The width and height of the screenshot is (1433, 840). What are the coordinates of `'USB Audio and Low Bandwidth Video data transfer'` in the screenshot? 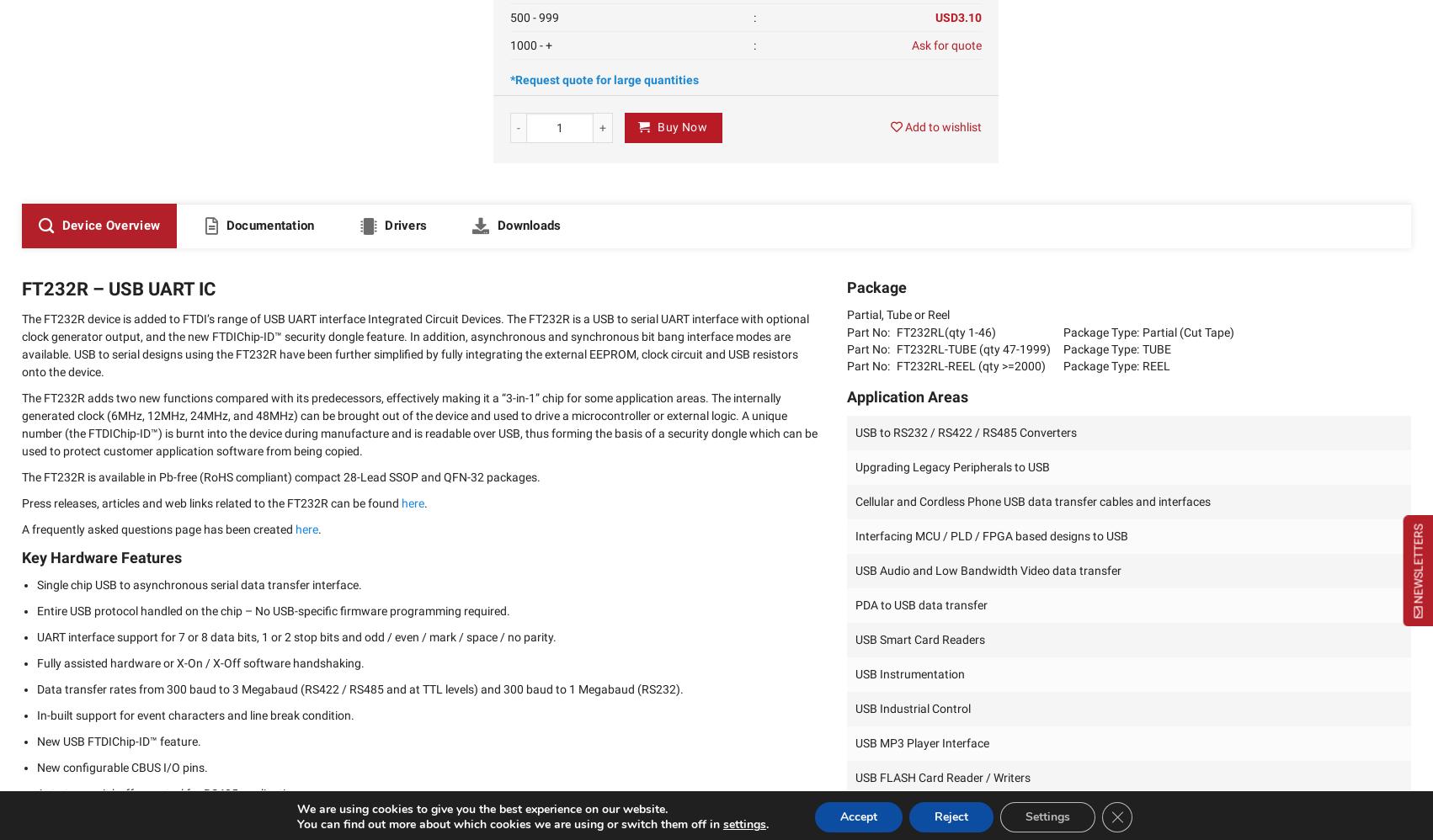 It's located at (988, 570).